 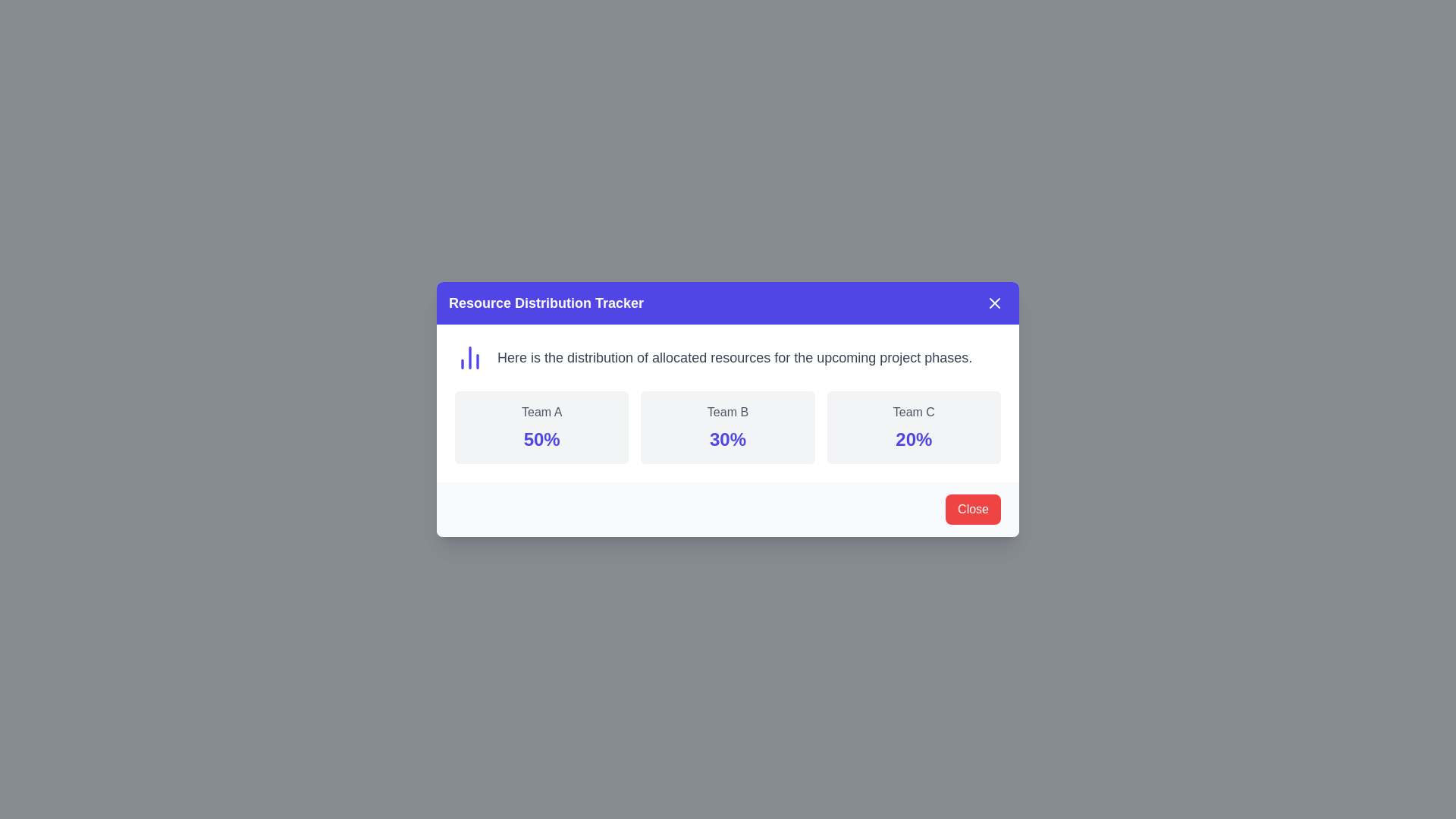 What do you see at coordinates (541, 439) in the screenshot?
I see `the numeric percentage value displayed in the Text display of 'Team A'` at bounding box center [541, 439].